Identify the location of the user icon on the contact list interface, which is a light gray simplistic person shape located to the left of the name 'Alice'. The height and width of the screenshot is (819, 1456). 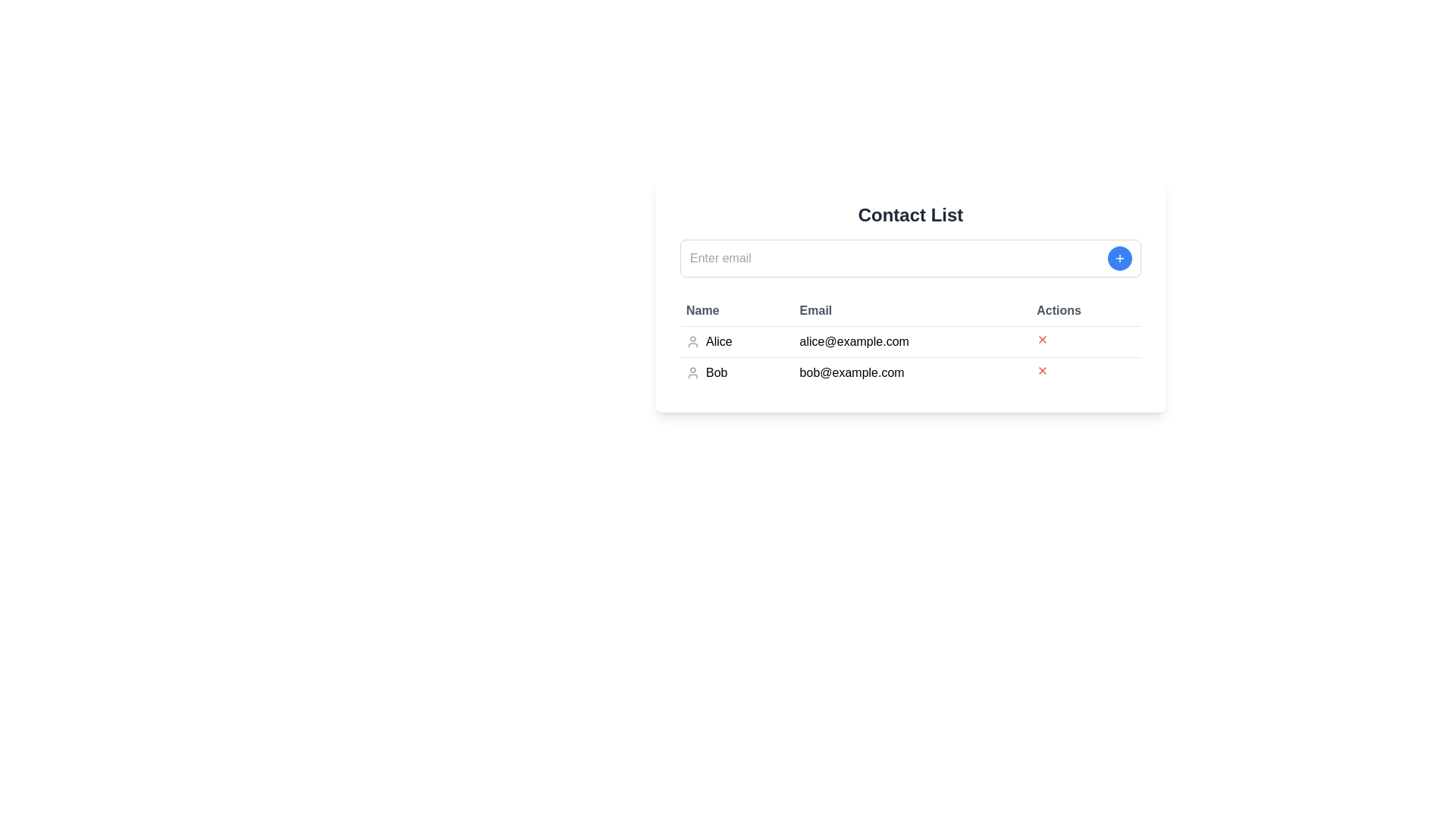
(692, 342).